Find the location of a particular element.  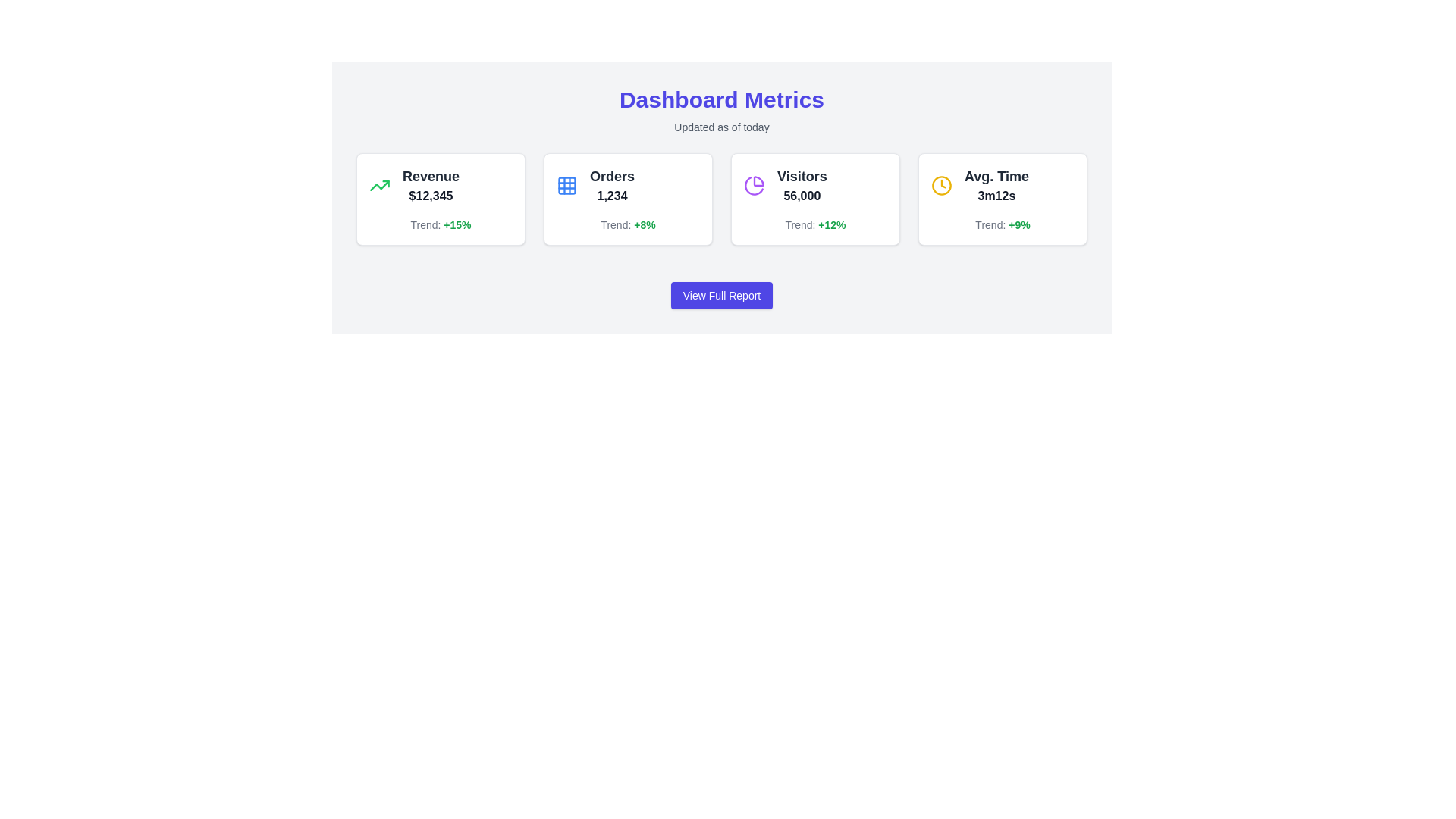

displayed trend value from the text label located in the bottom-left card of the overview dashboard, which shows a 15% increase related to the revenue figure is located at coordinates (457, 225).